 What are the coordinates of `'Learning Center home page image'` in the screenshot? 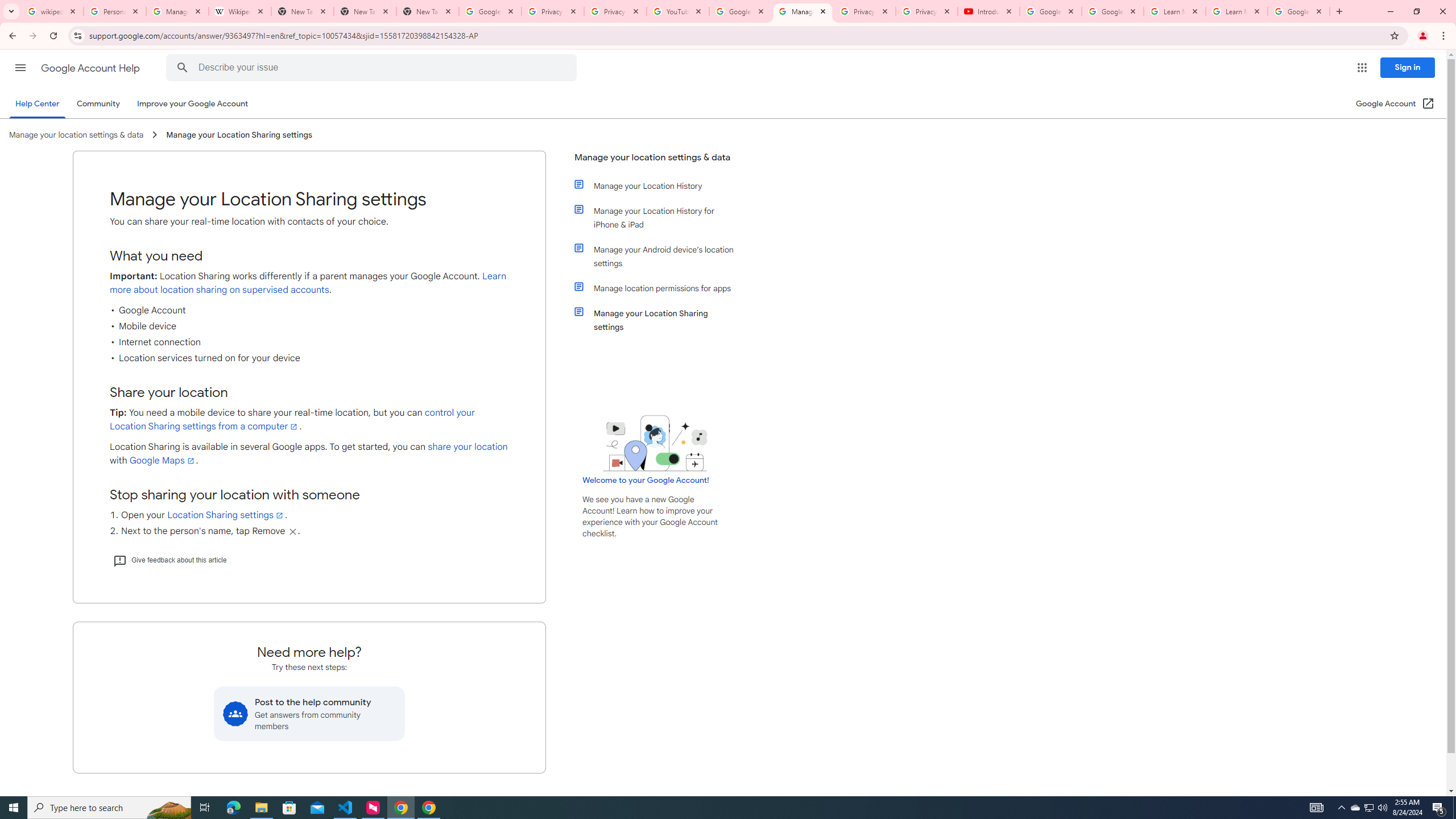 It's located at (655, 442).